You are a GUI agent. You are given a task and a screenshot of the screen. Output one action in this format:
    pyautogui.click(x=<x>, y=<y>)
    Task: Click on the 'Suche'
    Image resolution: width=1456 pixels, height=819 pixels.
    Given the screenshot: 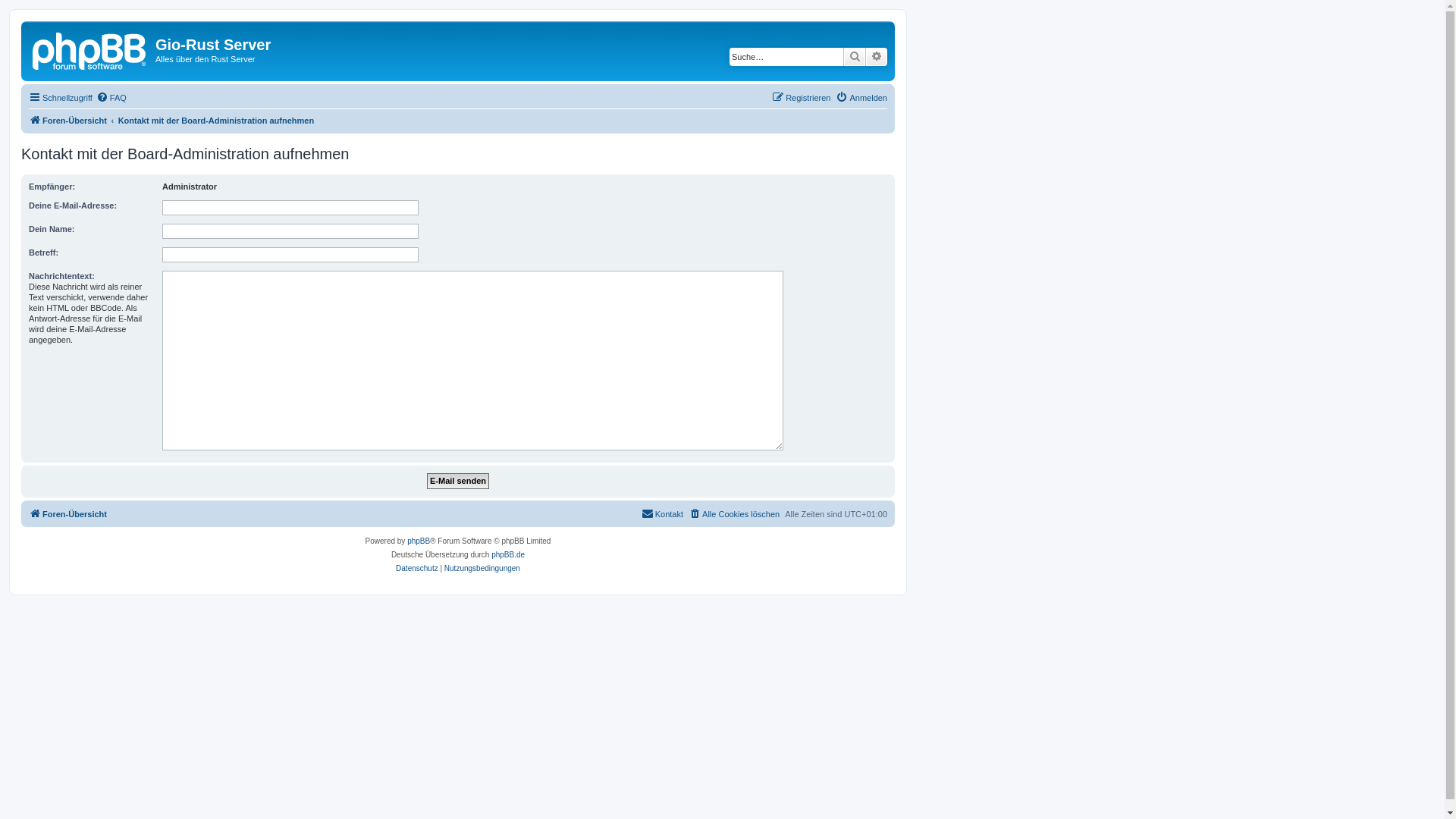 What is the action you would take?
    pyautogui.click(x=855, y=55)
    